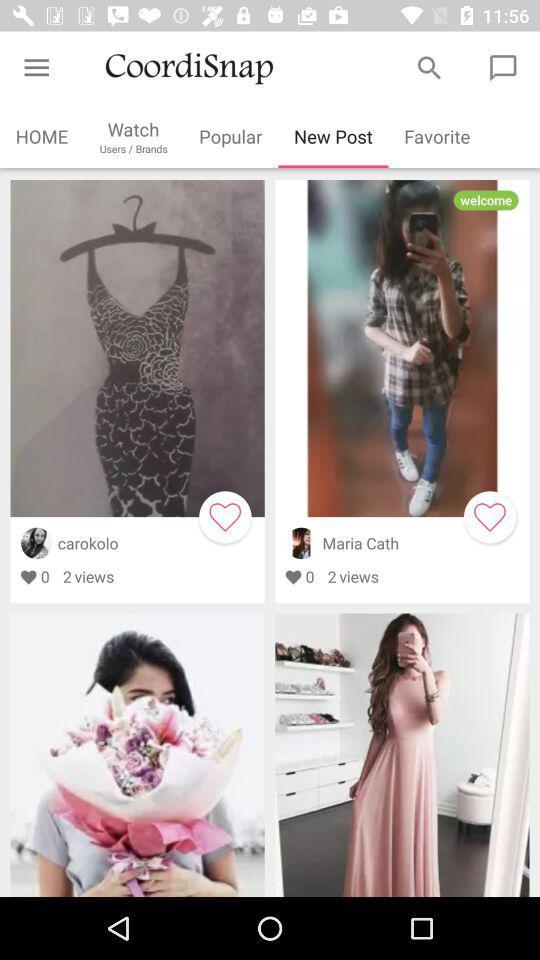 This screenshot has height=960, width=540. I want to click on like the item, so click(224, 516).